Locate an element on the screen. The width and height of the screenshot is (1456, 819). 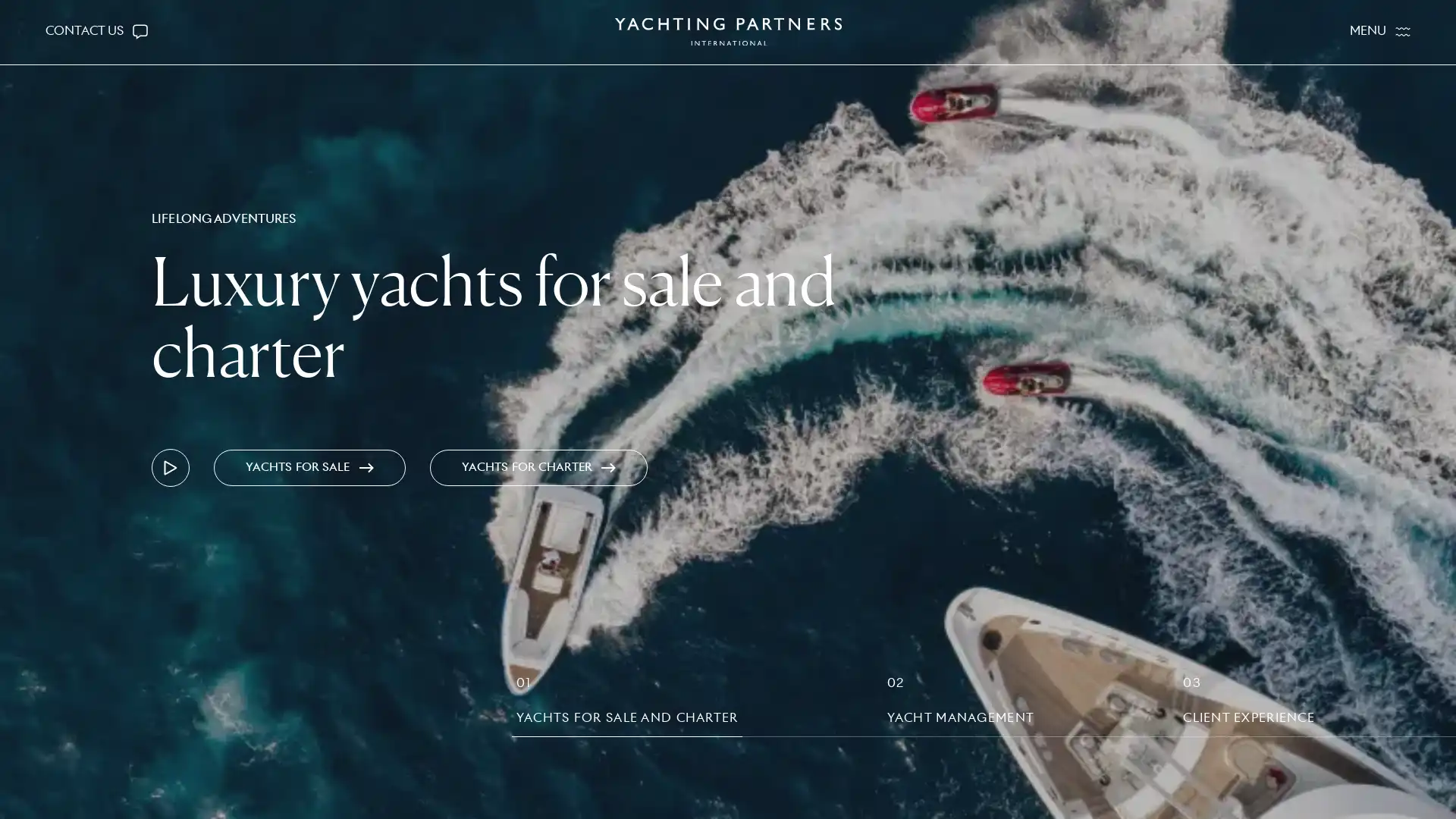
03 CLIENT EXPERIENCE is located at coordinates (1248, 704).